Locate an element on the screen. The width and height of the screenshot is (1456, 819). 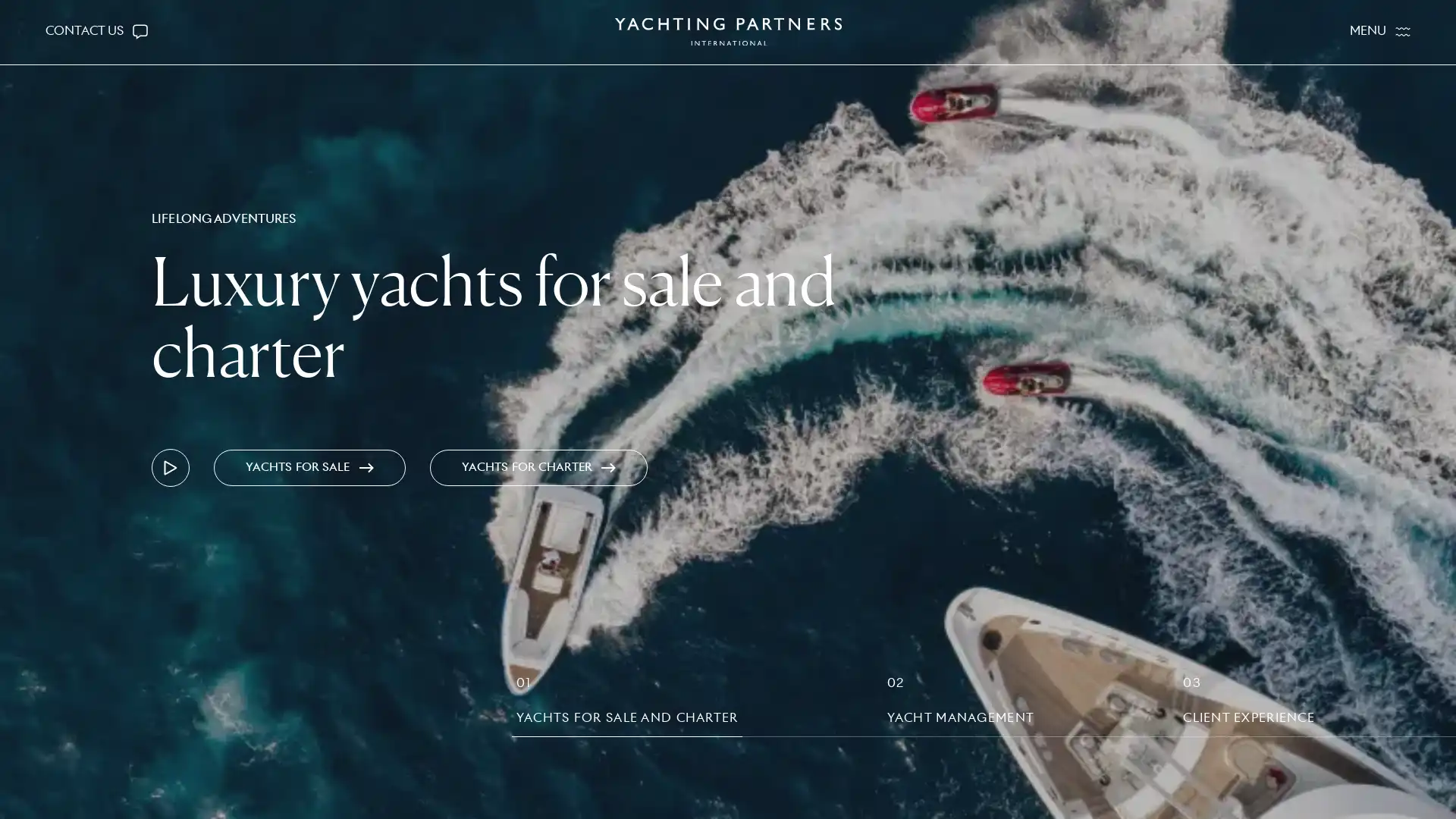
03 CLIENT EXPERIENCE is located at coordinates (1248, 704).